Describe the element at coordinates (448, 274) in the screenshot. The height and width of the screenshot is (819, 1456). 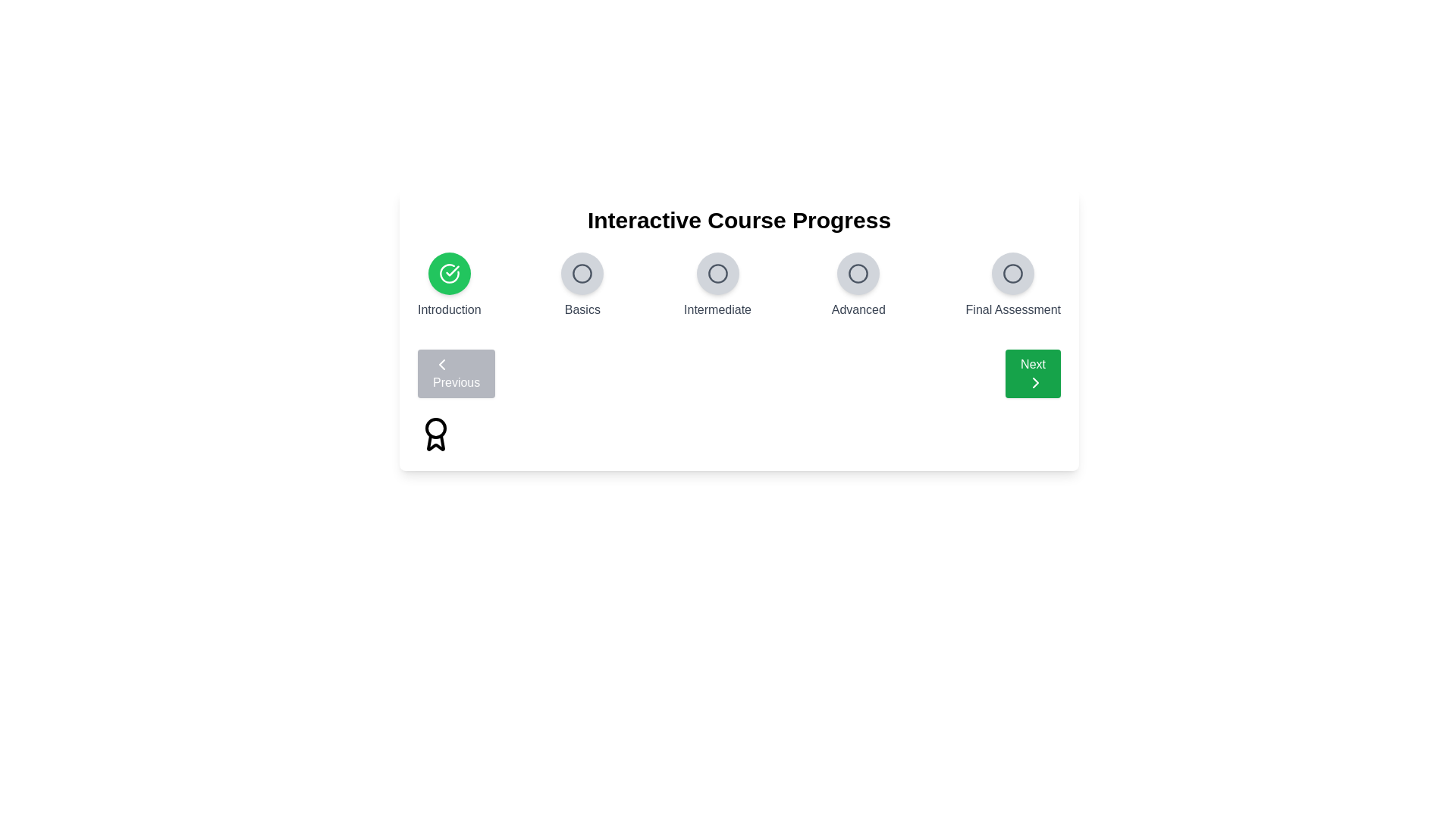
I see `the circular progress indicator icon representing the completion status of the 'Introduction' section, located on the far left of the row above the 'Previous' button` at that location.